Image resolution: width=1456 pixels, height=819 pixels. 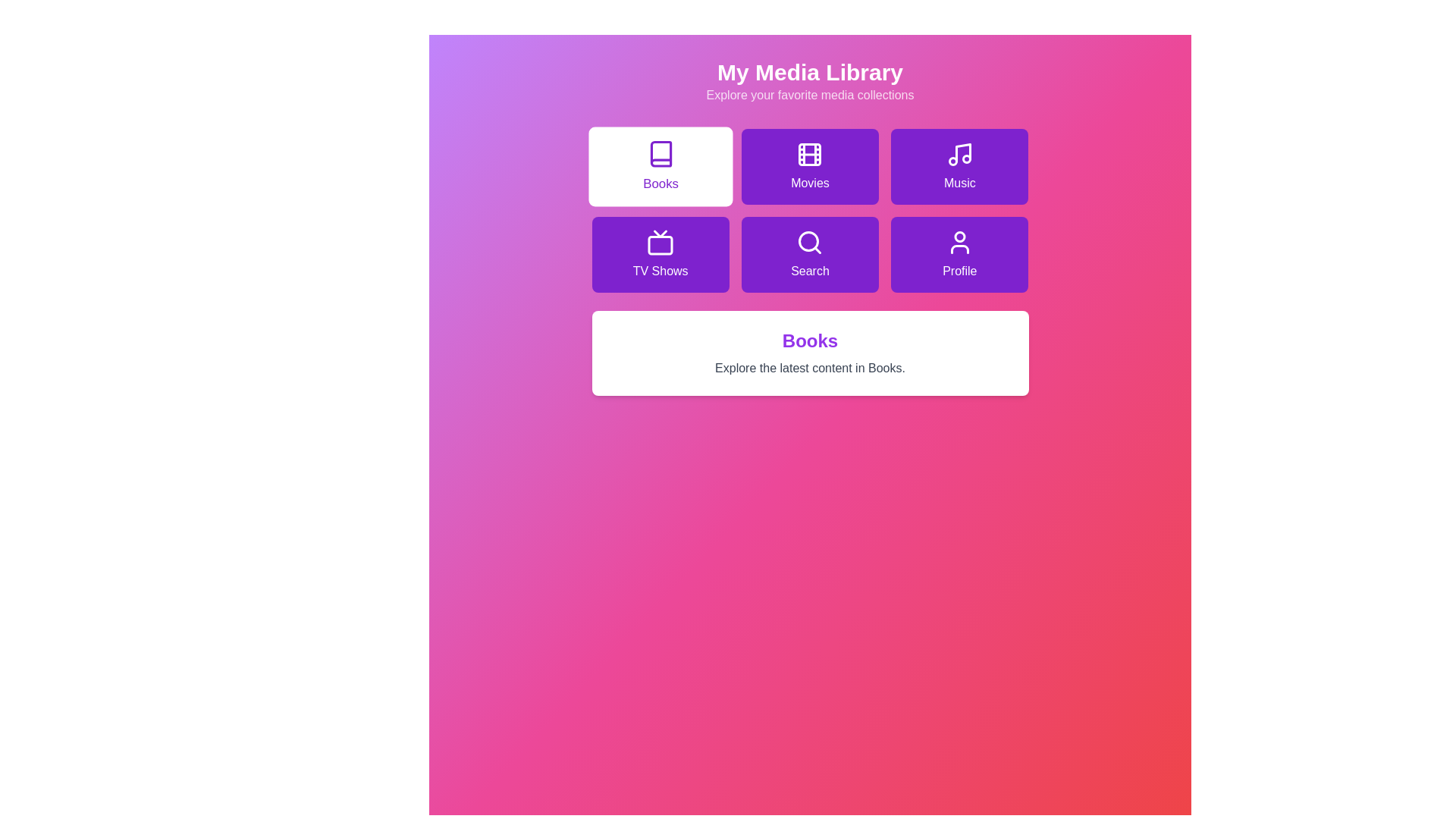 What do you see at coordinates (661, 234) in the screenshot?
I see `the purple triangular shape at the top-center of the TV icon, representing an antenna or signal element` at bounding box center [661, 234].